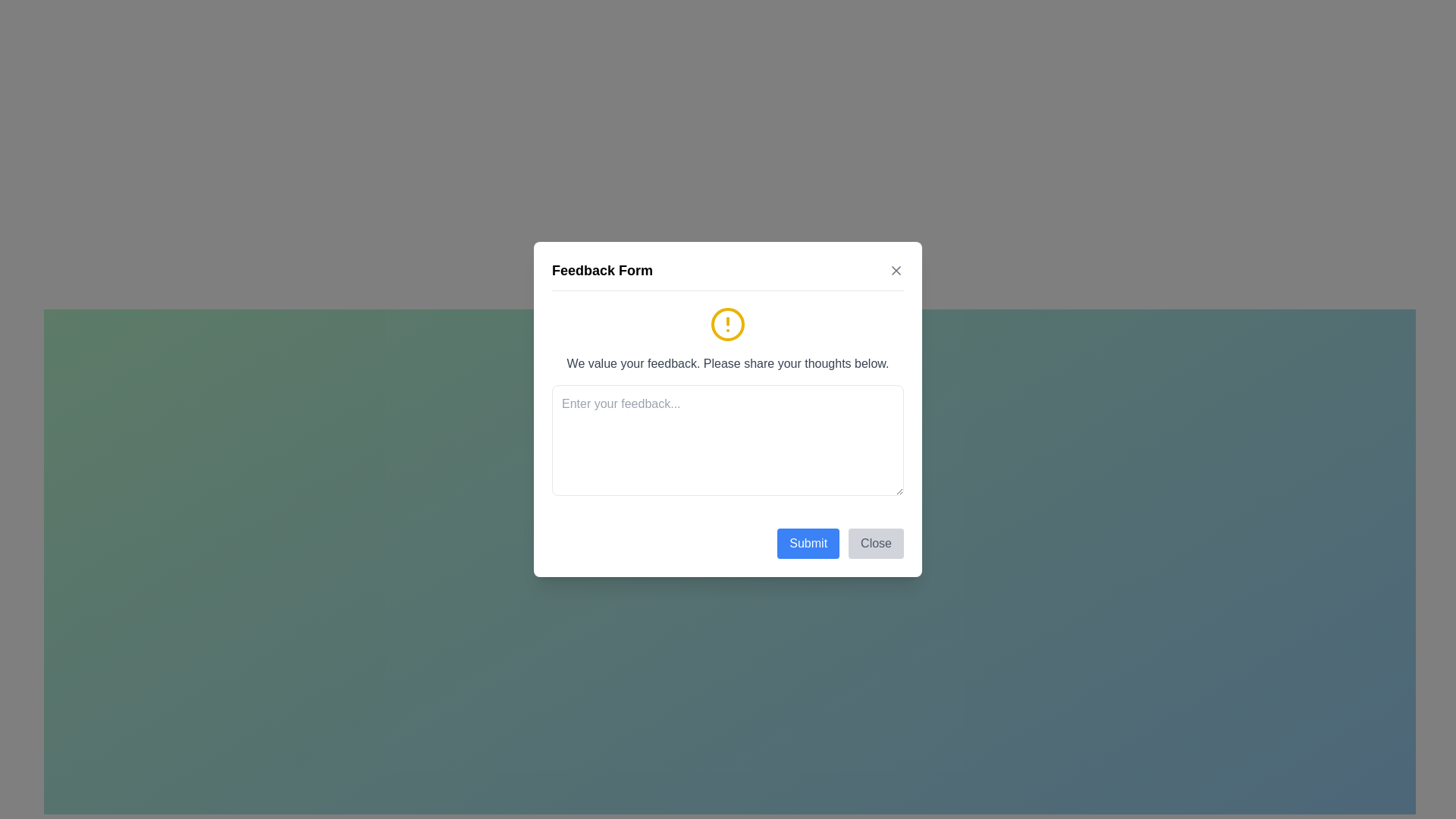 Image resolution: width=1456 pixels, height=819 pixels. What do you see at coordinates (728, 409) in the screenshot?
I see `the text area in the feedback modal dialog box that allows users to provide their thoughts or opinions` at bounding box center [728, 409].